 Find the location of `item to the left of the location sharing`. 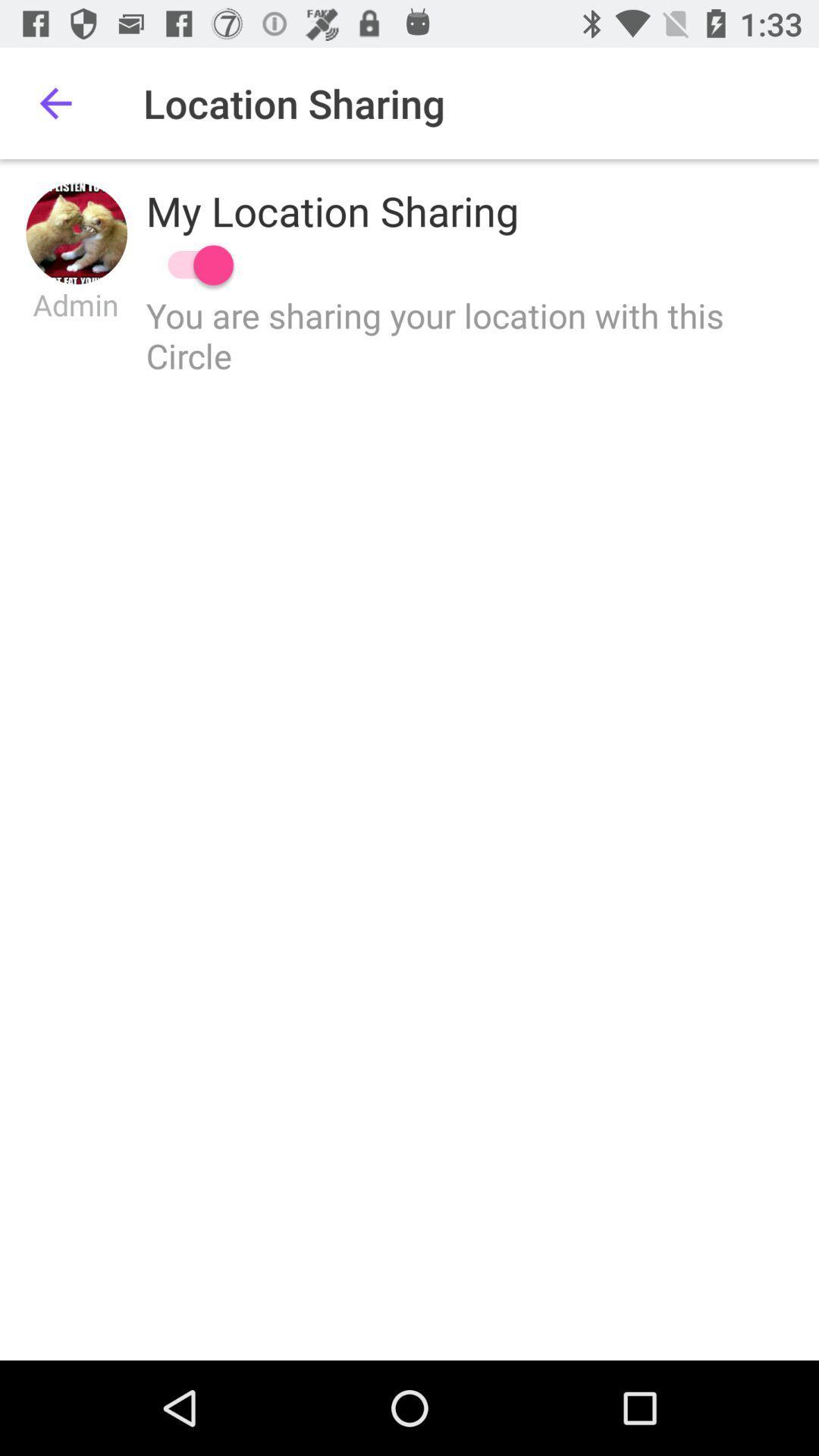

item to the left of the location sharing is located at coordinates (55, 102).